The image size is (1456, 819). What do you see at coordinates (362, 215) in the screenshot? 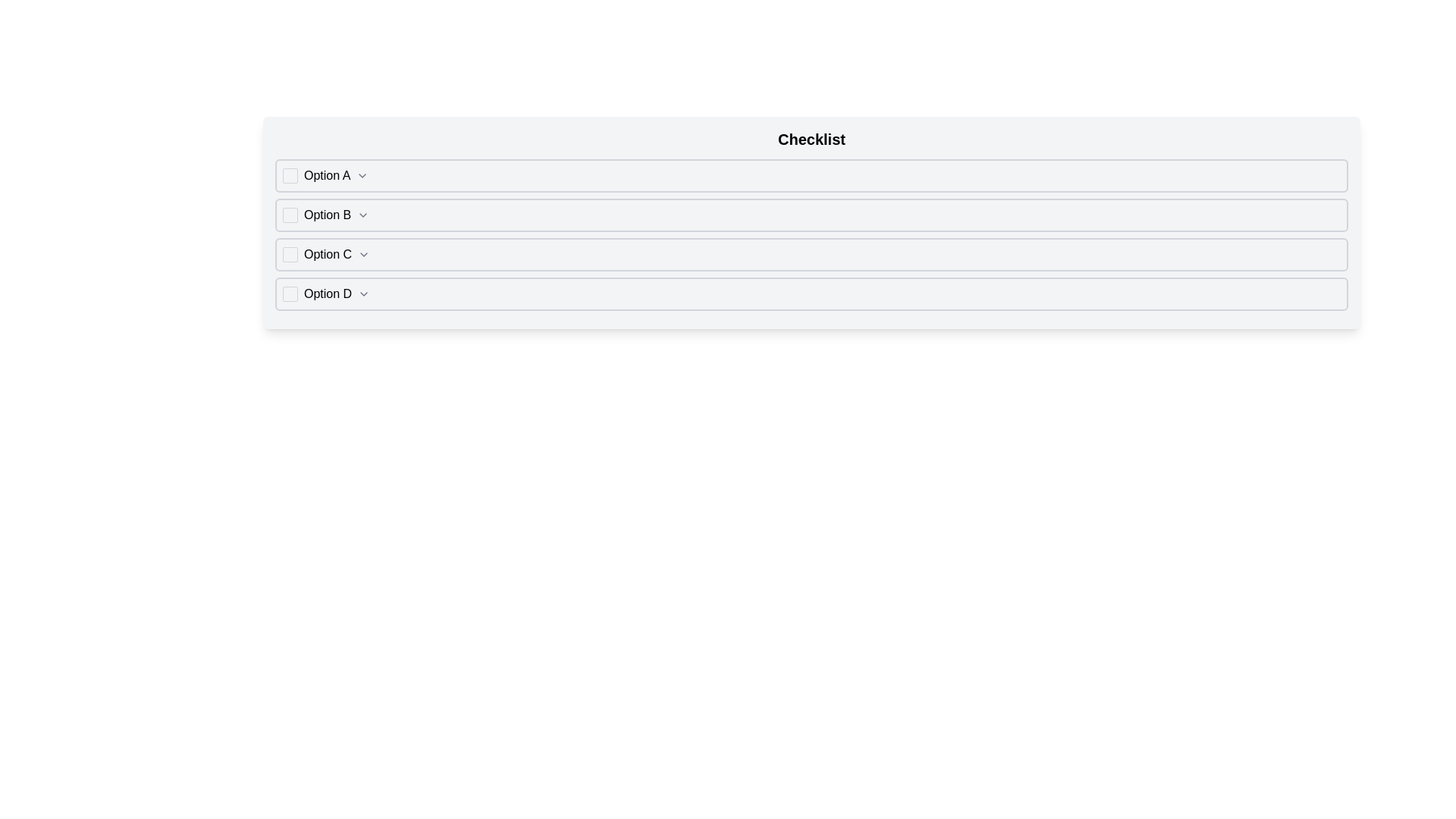
I see `the downward-pointing chevron icon located at the far-right end of the 'Option B' row, indicating an expandable item` at bounding box center [362, 215].